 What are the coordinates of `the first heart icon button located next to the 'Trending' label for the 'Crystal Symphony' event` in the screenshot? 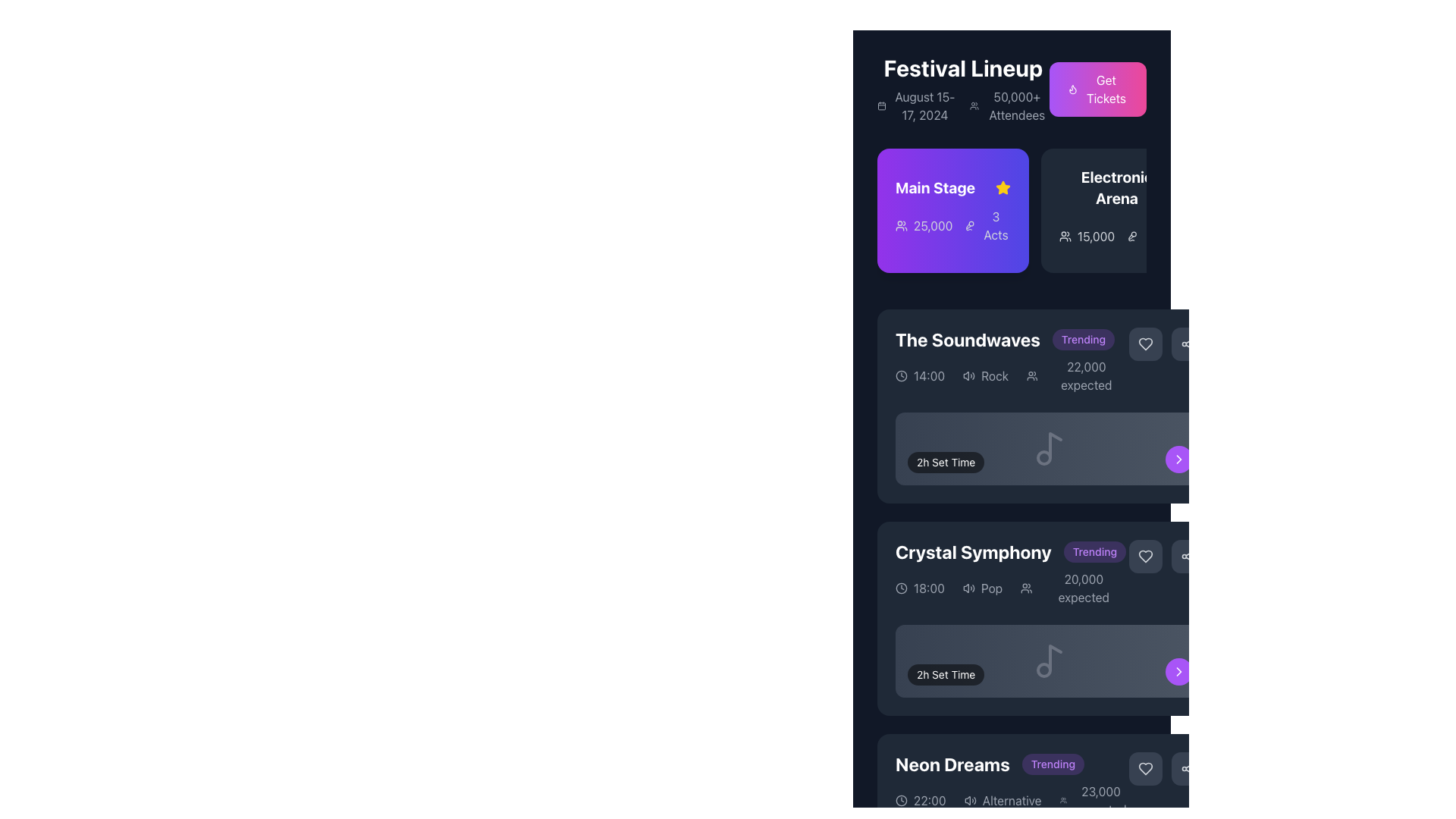 It's located at (1146, 556).